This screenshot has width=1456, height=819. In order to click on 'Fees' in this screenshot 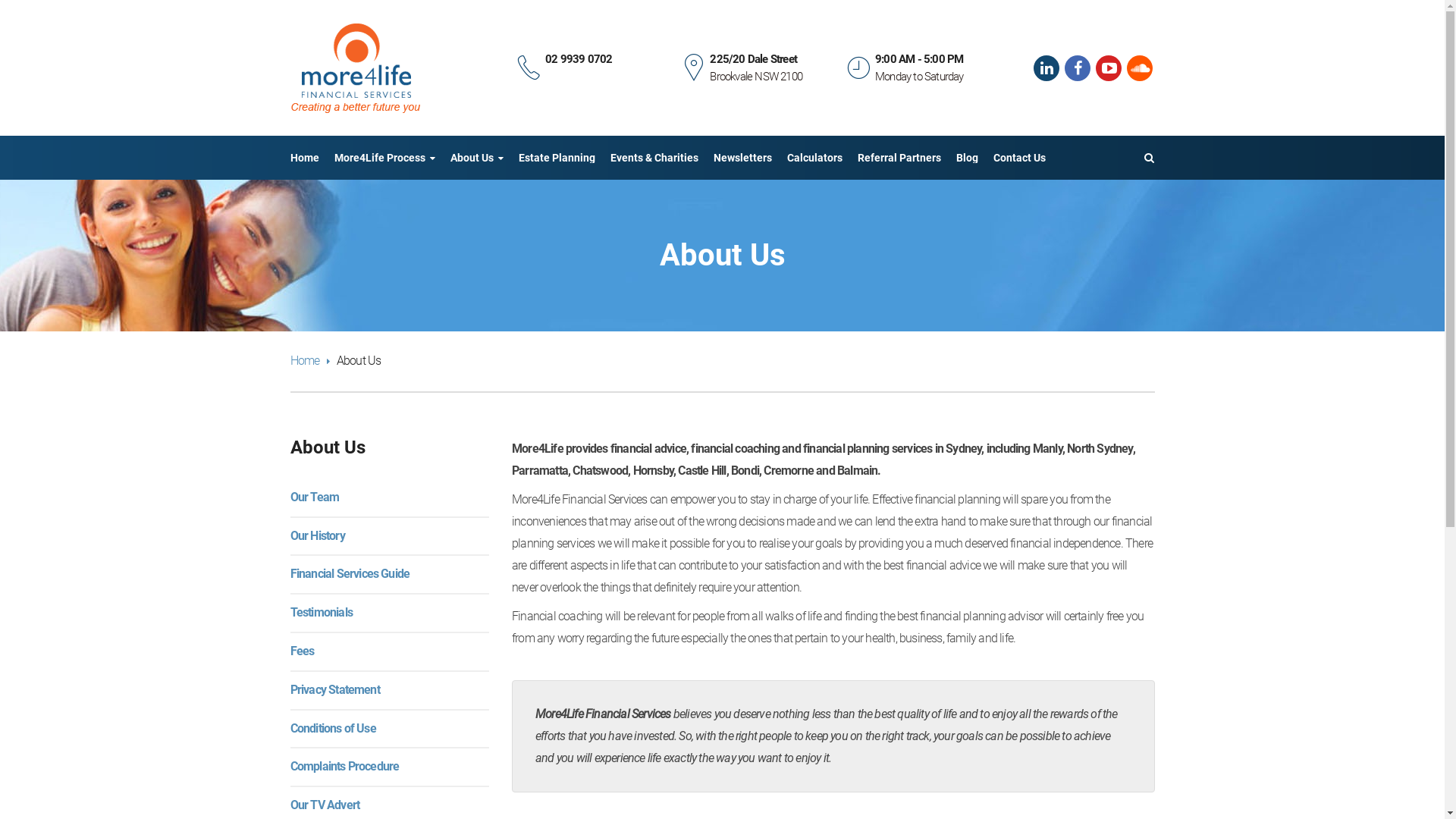, I will do `click(302, 650)`.